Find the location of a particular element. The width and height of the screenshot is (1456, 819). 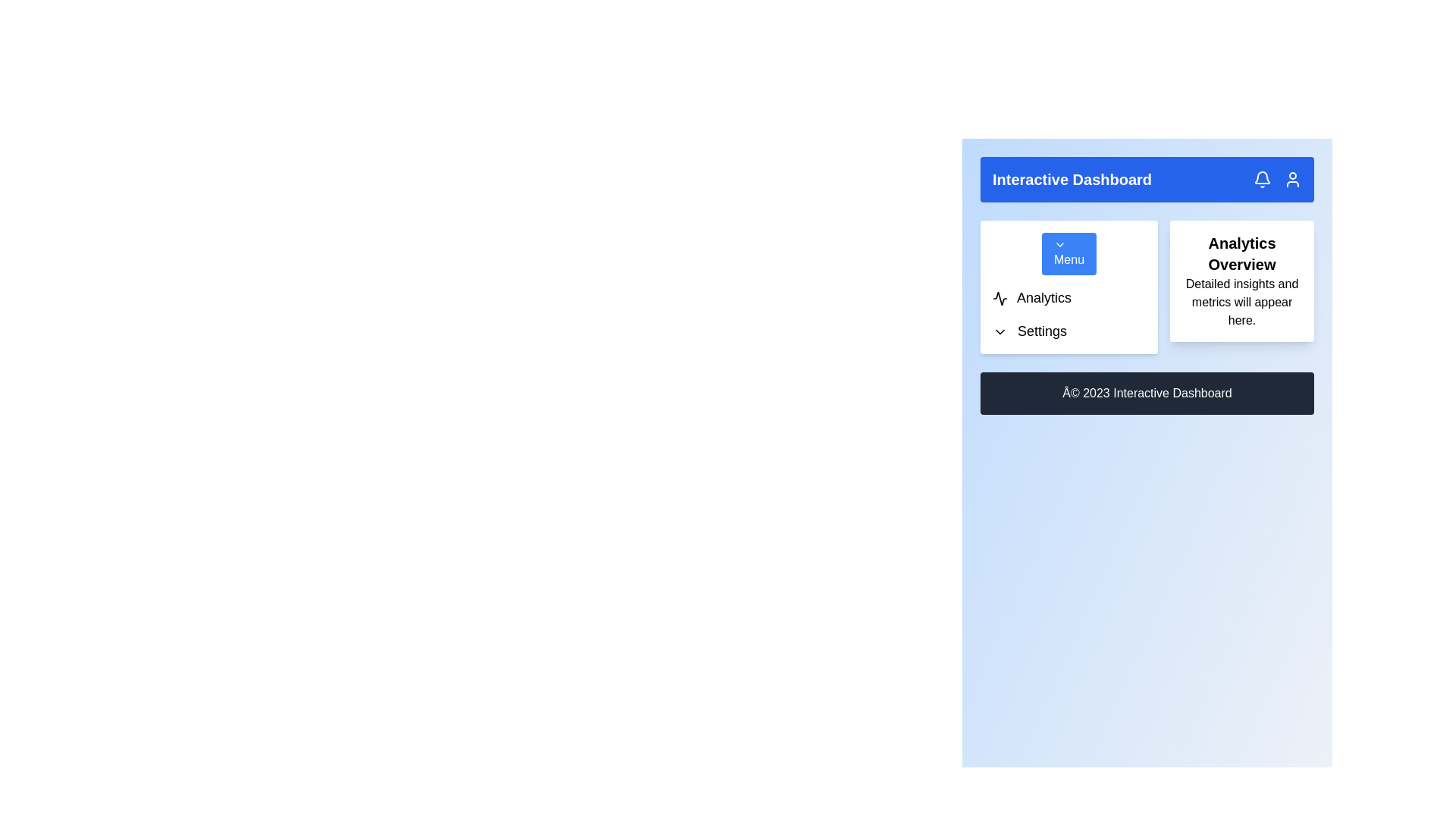

the blue button labeled 'Menu' with a downward-pointing chevron icon is located at coordinates (1068, 253).